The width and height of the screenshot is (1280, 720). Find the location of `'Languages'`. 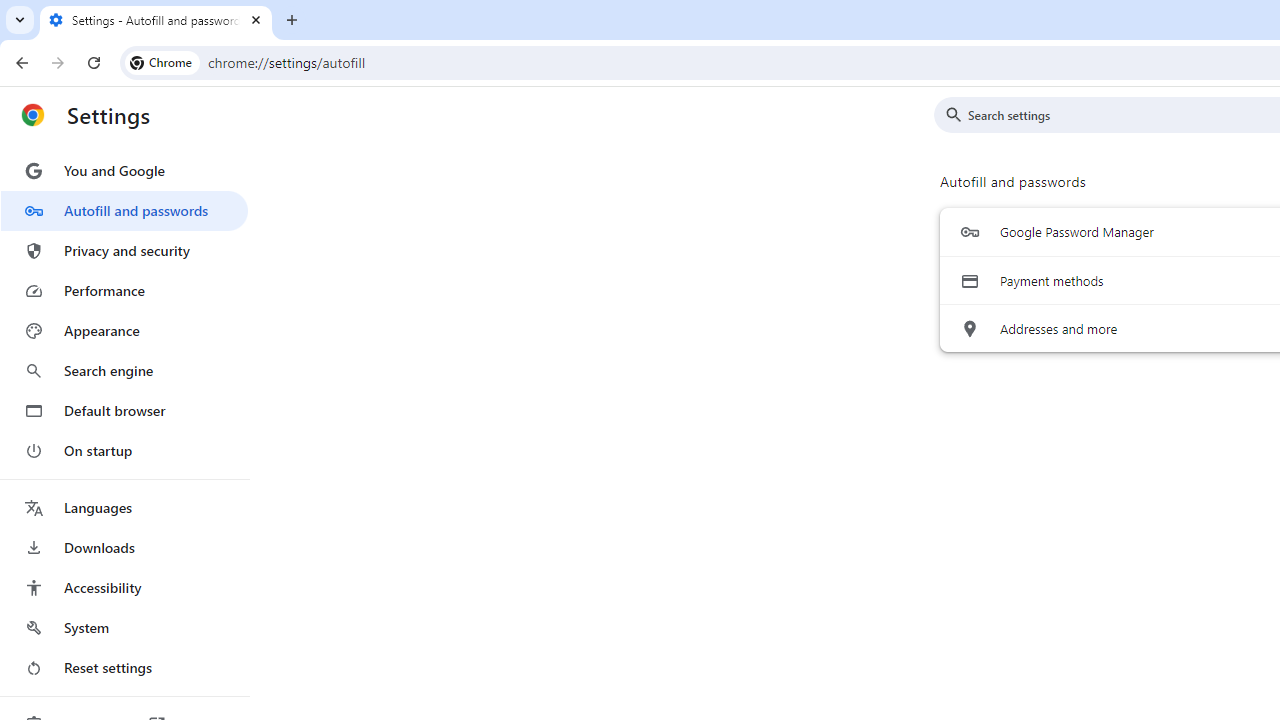

'Languages' is located at coordinates (123, 506).